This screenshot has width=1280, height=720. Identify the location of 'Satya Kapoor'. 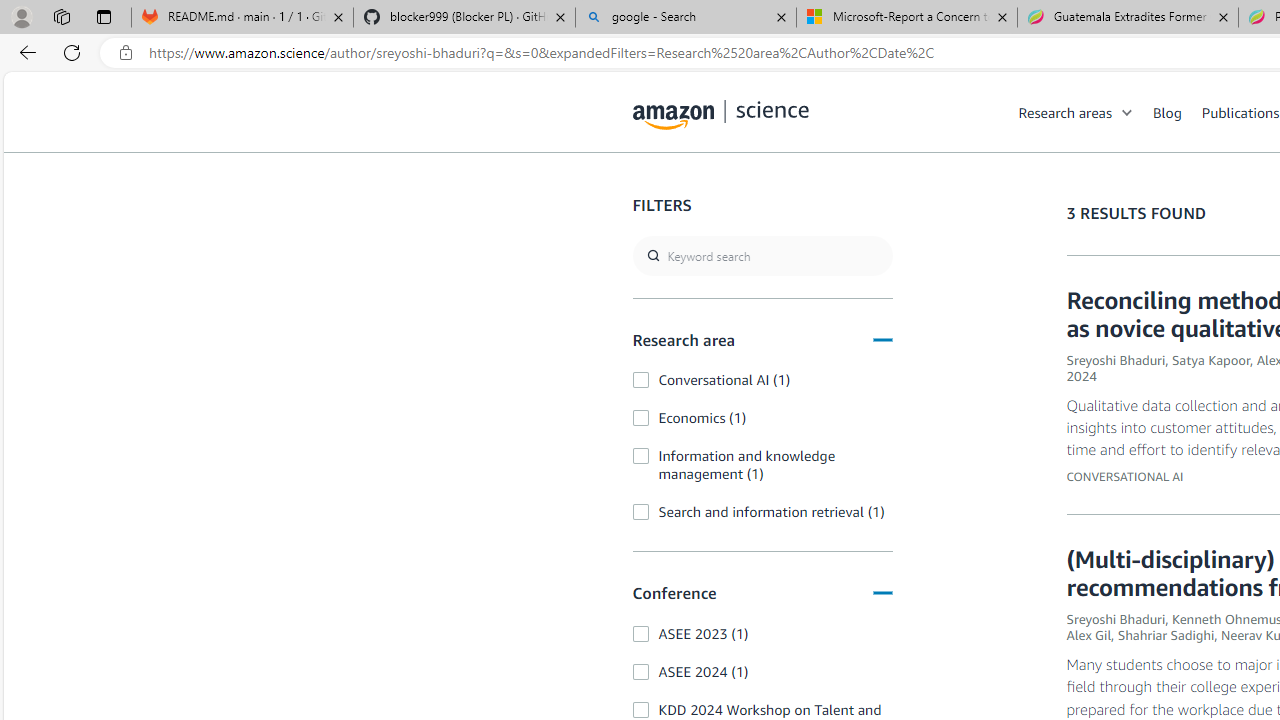
(1209, 360).